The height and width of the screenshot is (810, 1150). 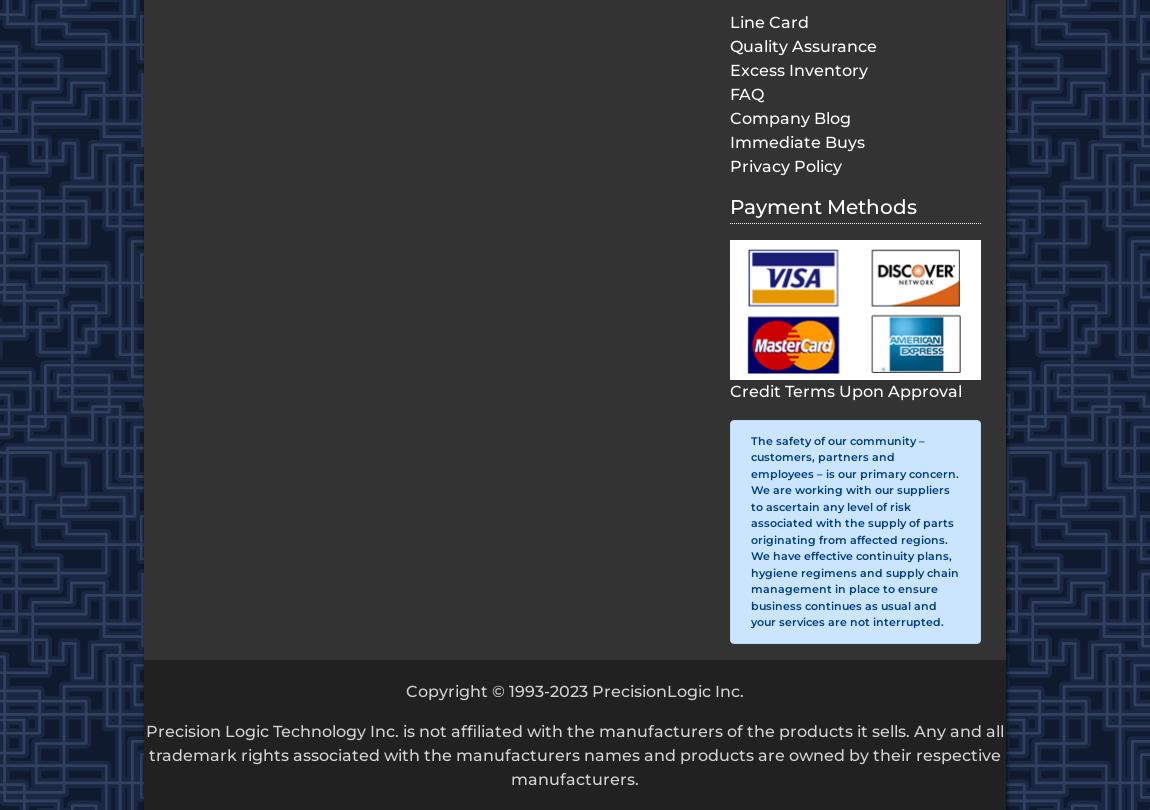 What do you see at coordinates (729, 142) in the screenshot?
I see `'Immediate Buys'` at bounding box center [729, 142].